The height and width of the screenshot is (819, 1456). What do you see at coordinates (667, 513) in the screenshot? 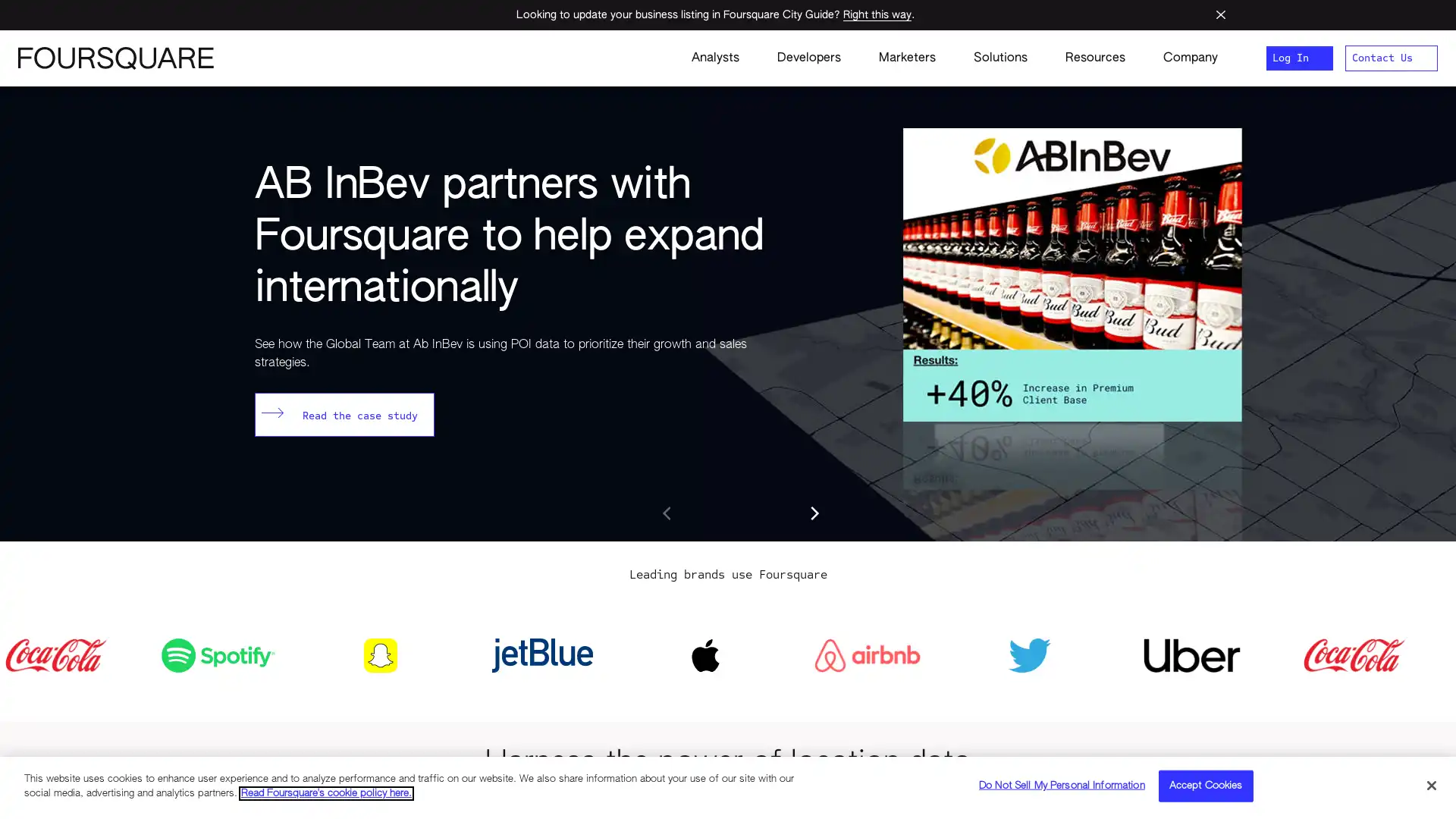
I see `Previous` at bounding box center [667, 513].